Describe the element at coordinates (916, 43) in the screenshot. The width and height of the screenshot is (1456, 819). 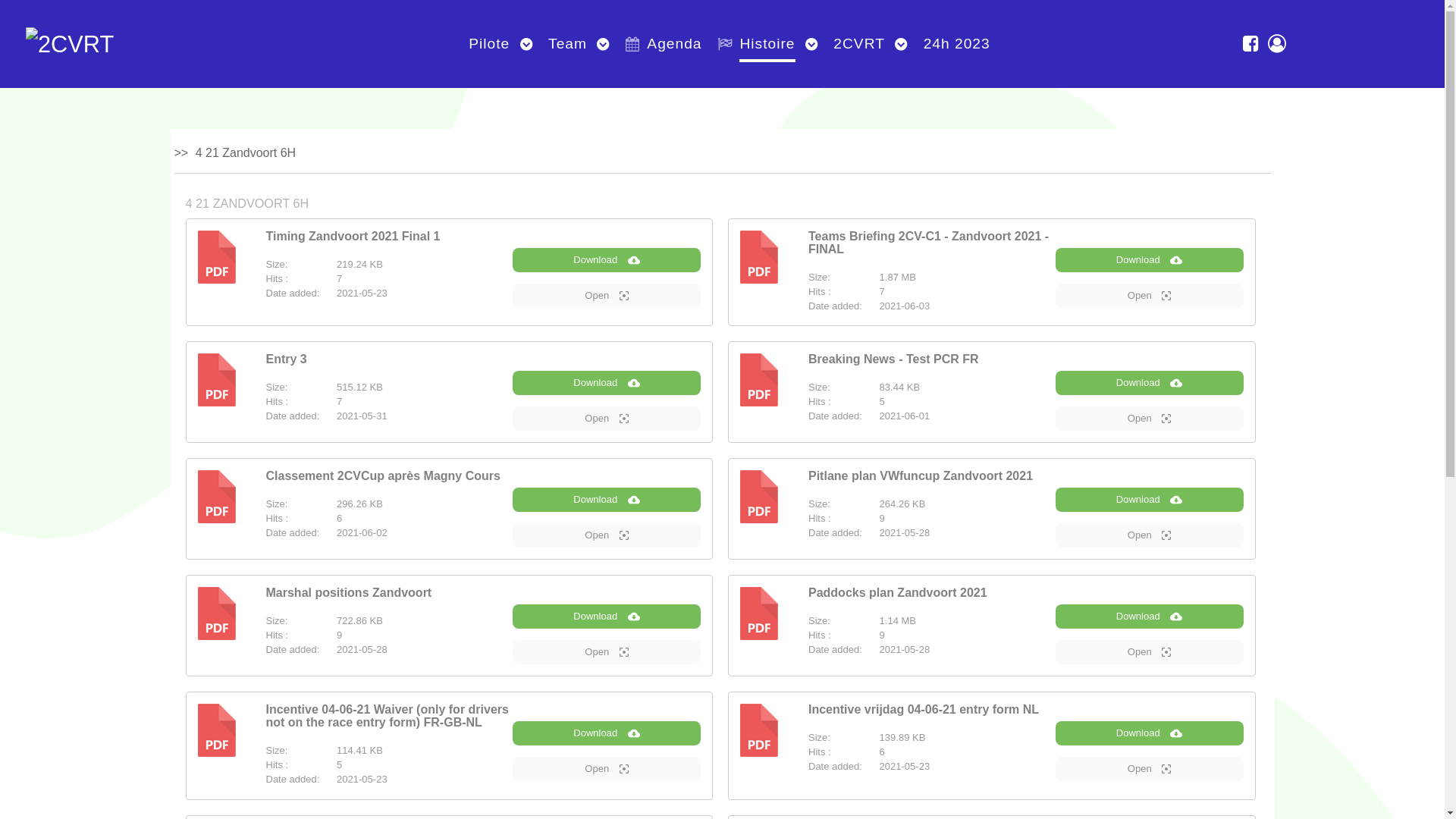
I see `'24h 2023'` at that location.